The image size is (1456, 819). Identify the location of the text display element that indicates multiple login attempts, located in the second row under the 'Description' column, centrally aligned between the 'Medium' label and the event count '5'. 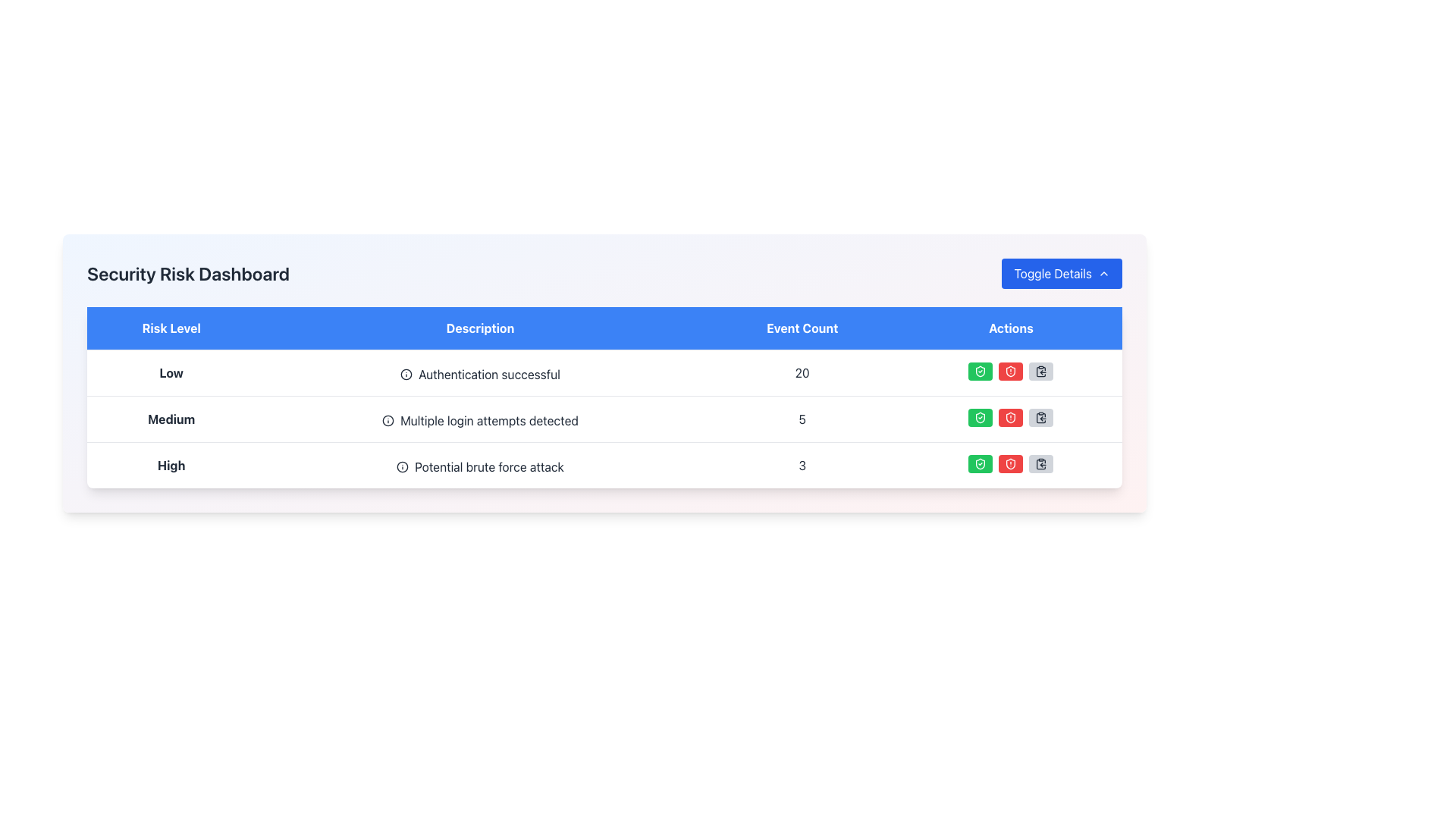
(479, 421).